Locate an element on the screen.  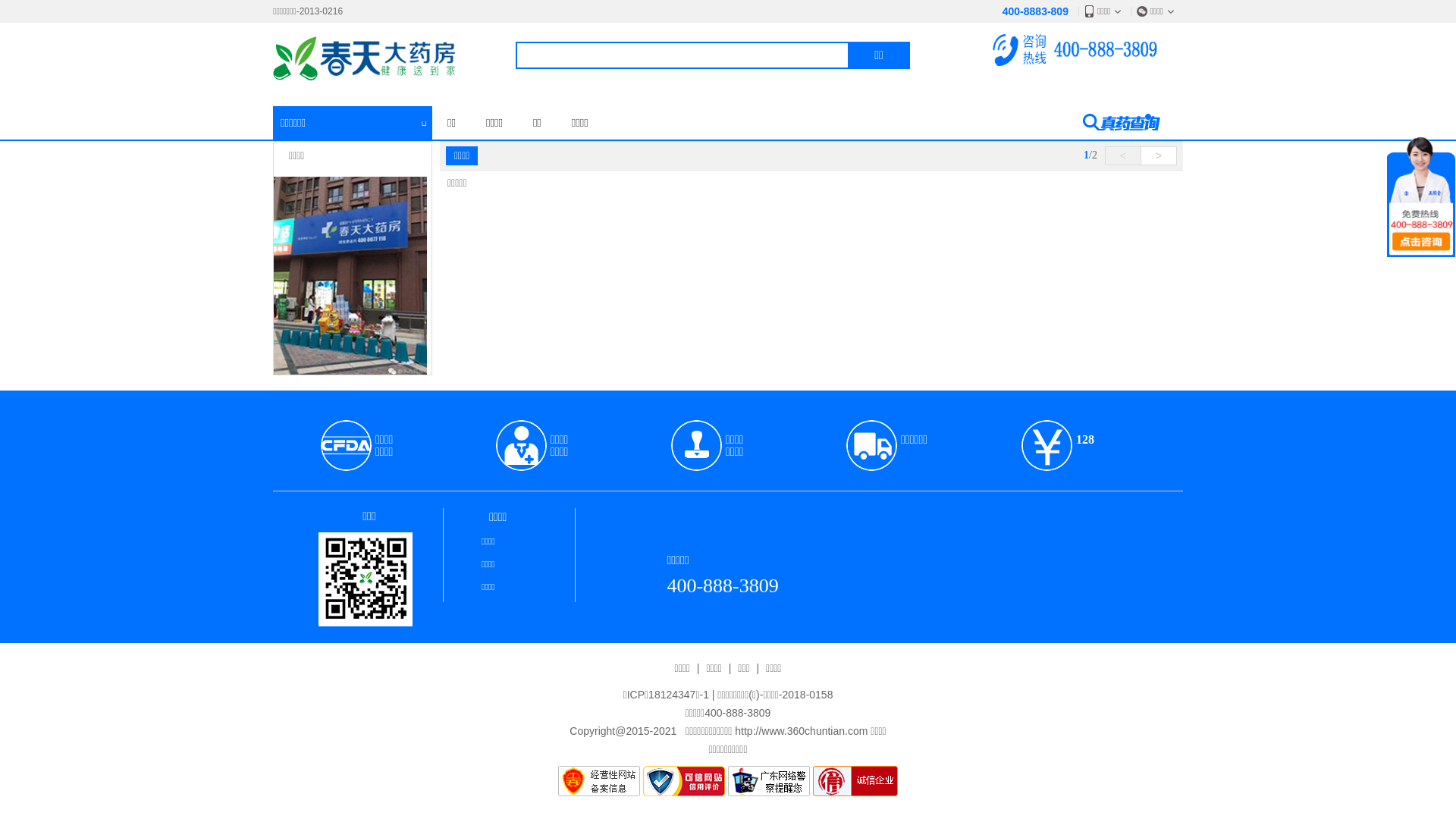
'>' is located at coordinates (1157, 155).